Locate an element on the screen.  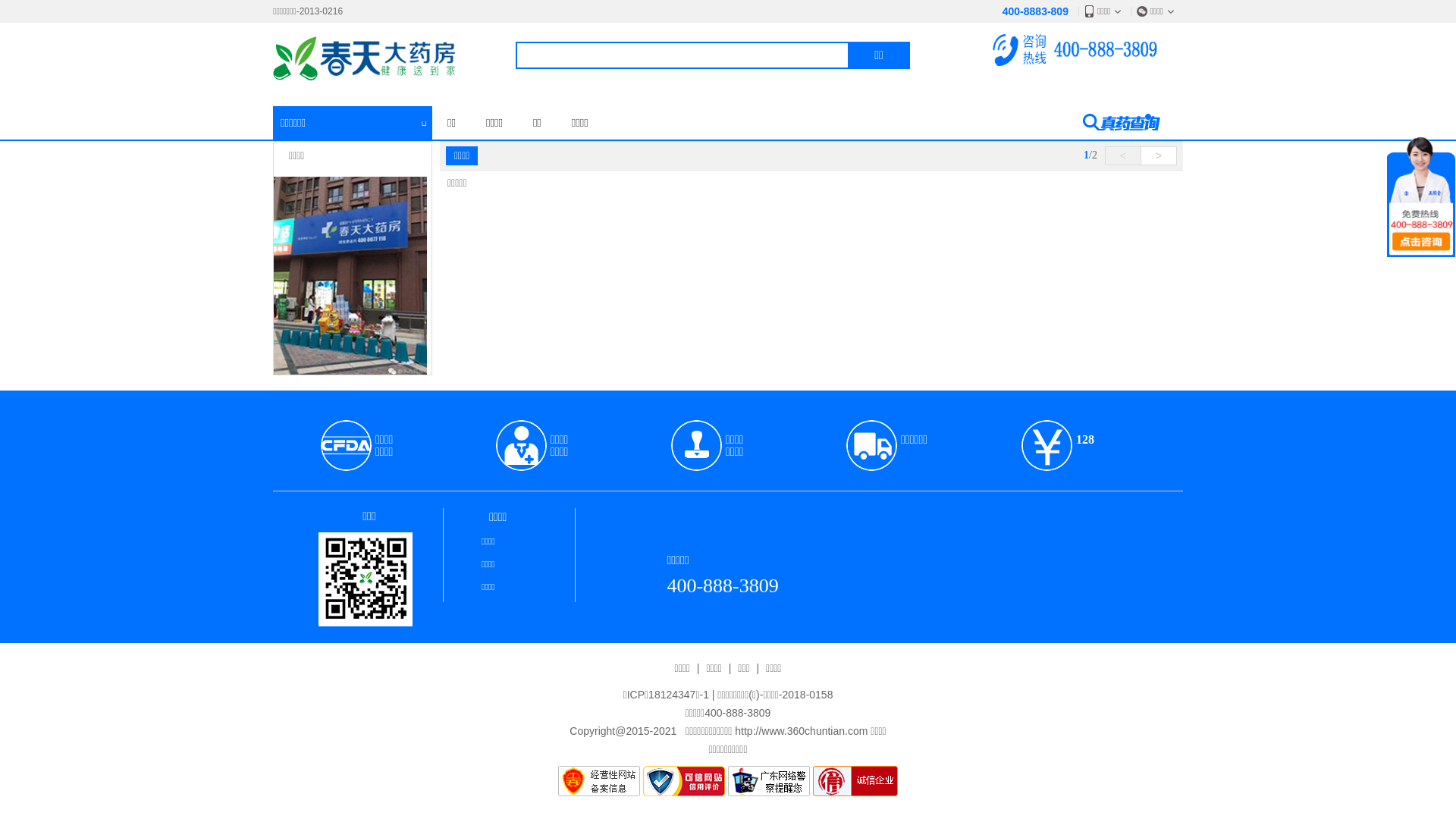
'>' is located at coordinates (1157, 155).